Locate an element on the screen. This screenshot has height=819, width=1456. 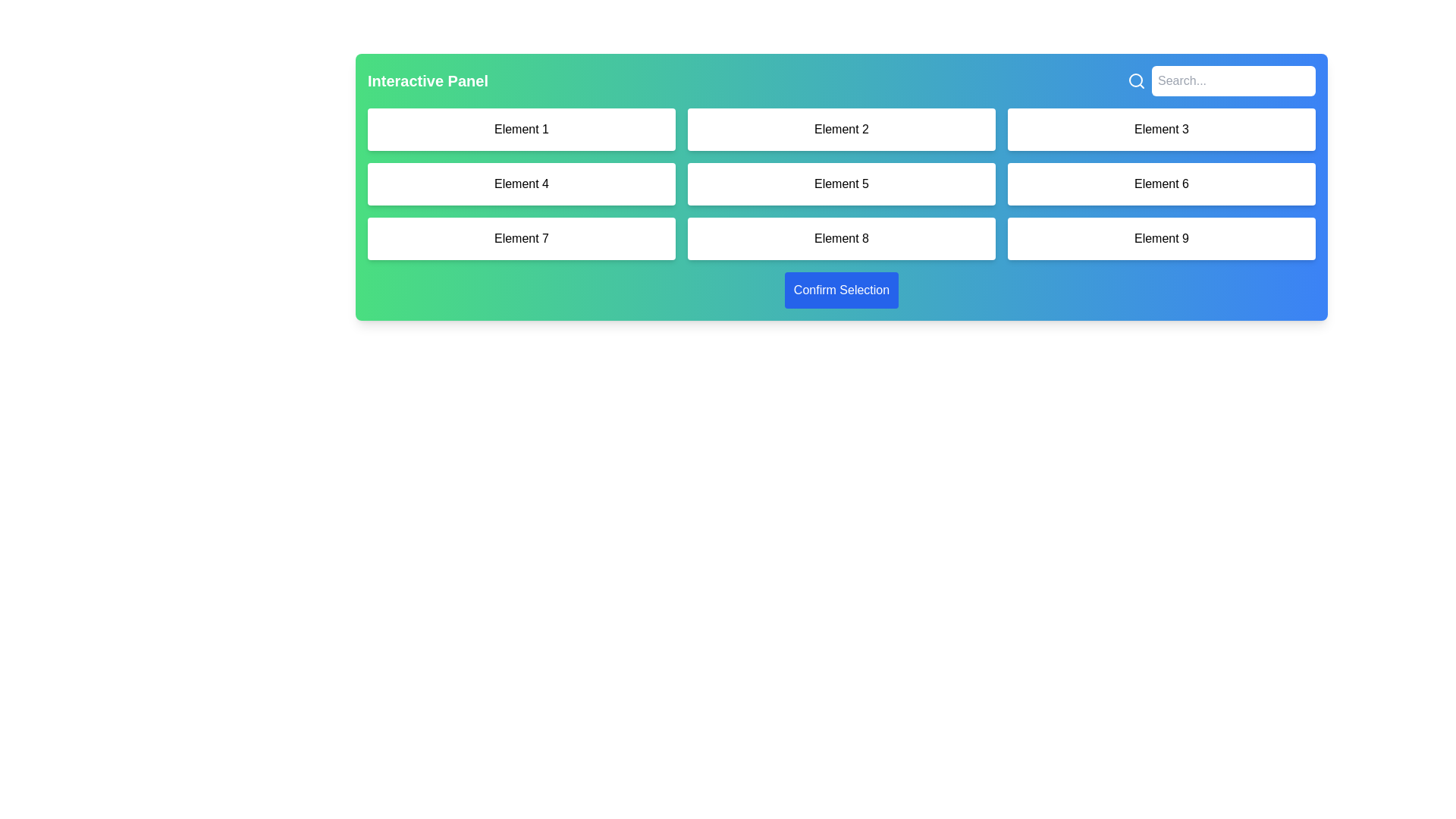
the fifth button in the middle row and center column to interact is located at coordinates (840, 184).